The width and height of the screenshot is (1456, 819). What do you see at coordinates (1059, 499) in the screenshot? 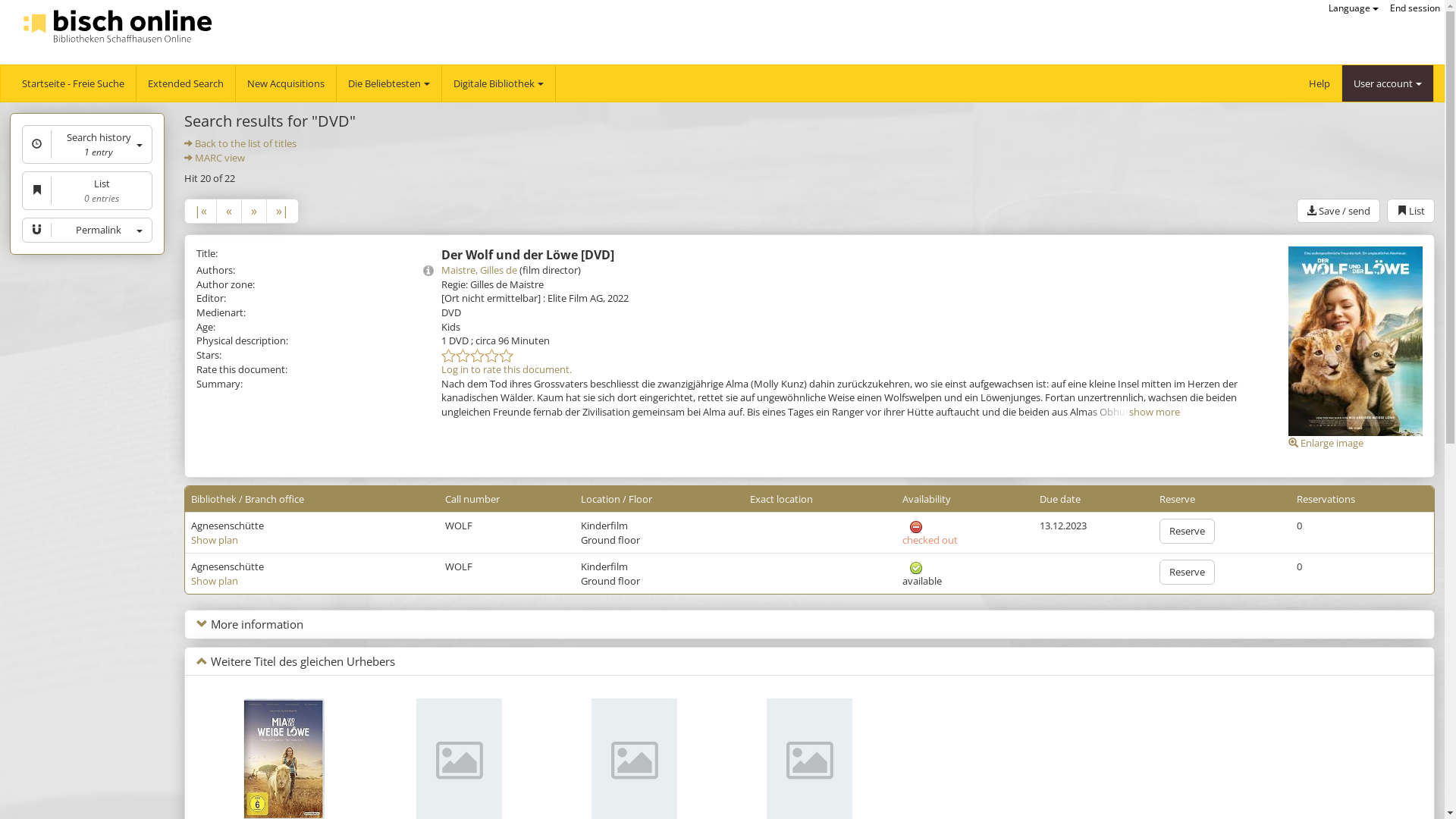
I see `'Due date'` at bounding box center [1059, 499].